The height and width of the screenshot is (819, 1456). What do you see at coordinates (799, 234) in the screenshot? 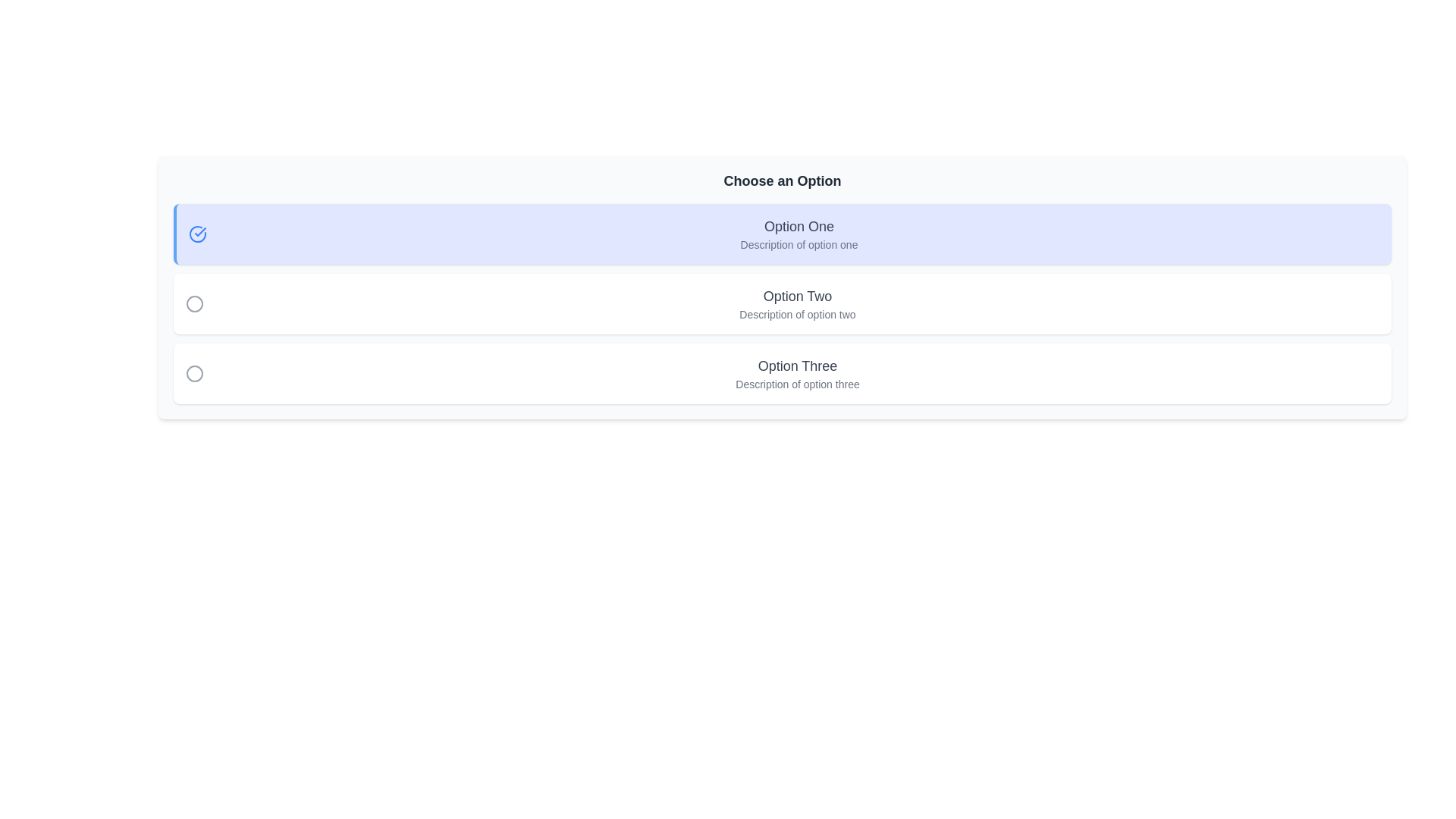
I see `the first interactive list item titled 'Option One' with the subtitle 'Description of option one'` at bounding box center [799, 234].